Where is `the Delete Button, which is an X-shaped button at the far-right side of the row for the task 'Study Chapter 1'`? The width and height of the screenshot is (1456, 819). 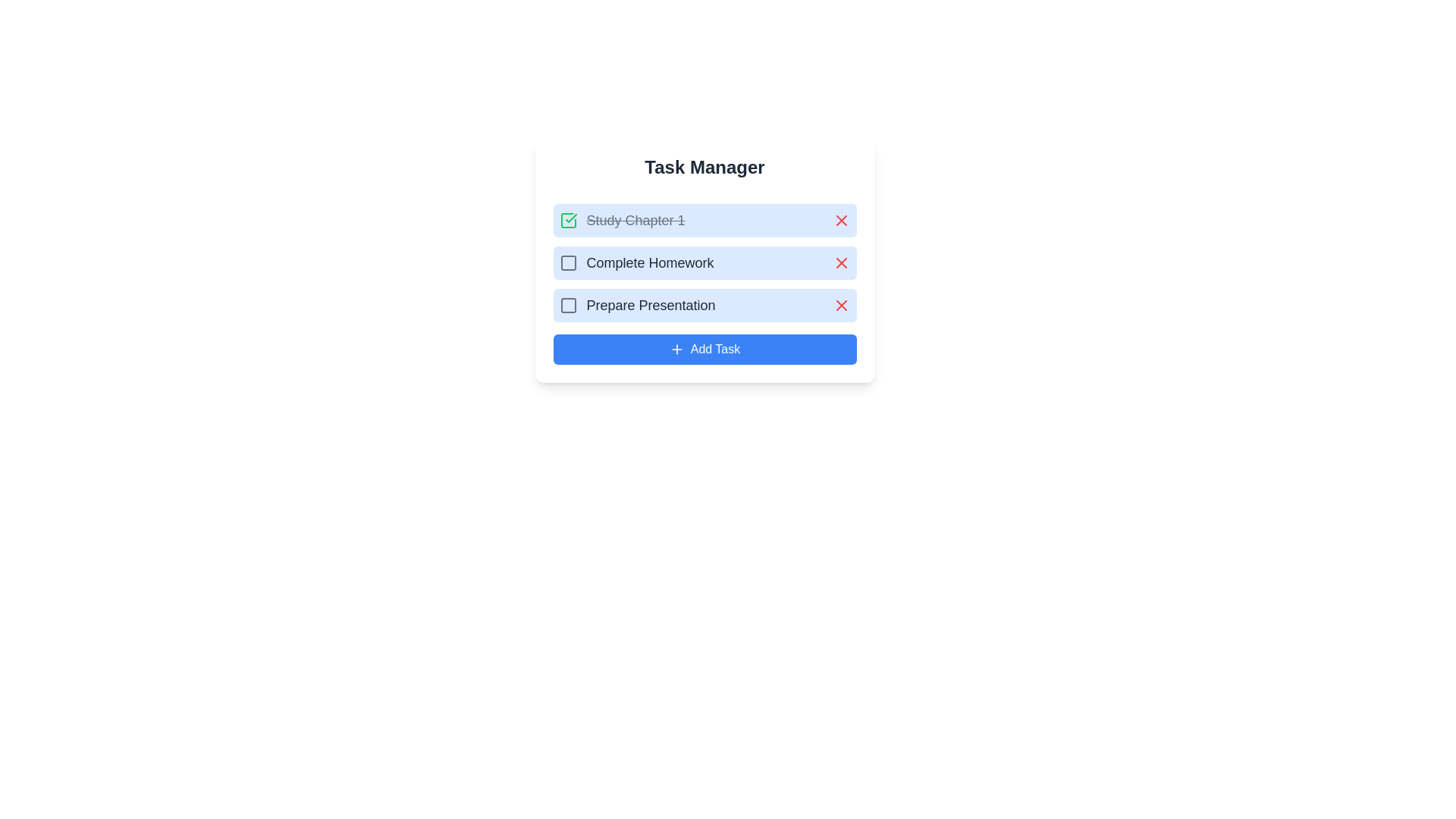 the Delete Button, which is an X-shaped button at the far-right side of the row for the task 'Study Chapter 1' is located at coordinates (840, 220).